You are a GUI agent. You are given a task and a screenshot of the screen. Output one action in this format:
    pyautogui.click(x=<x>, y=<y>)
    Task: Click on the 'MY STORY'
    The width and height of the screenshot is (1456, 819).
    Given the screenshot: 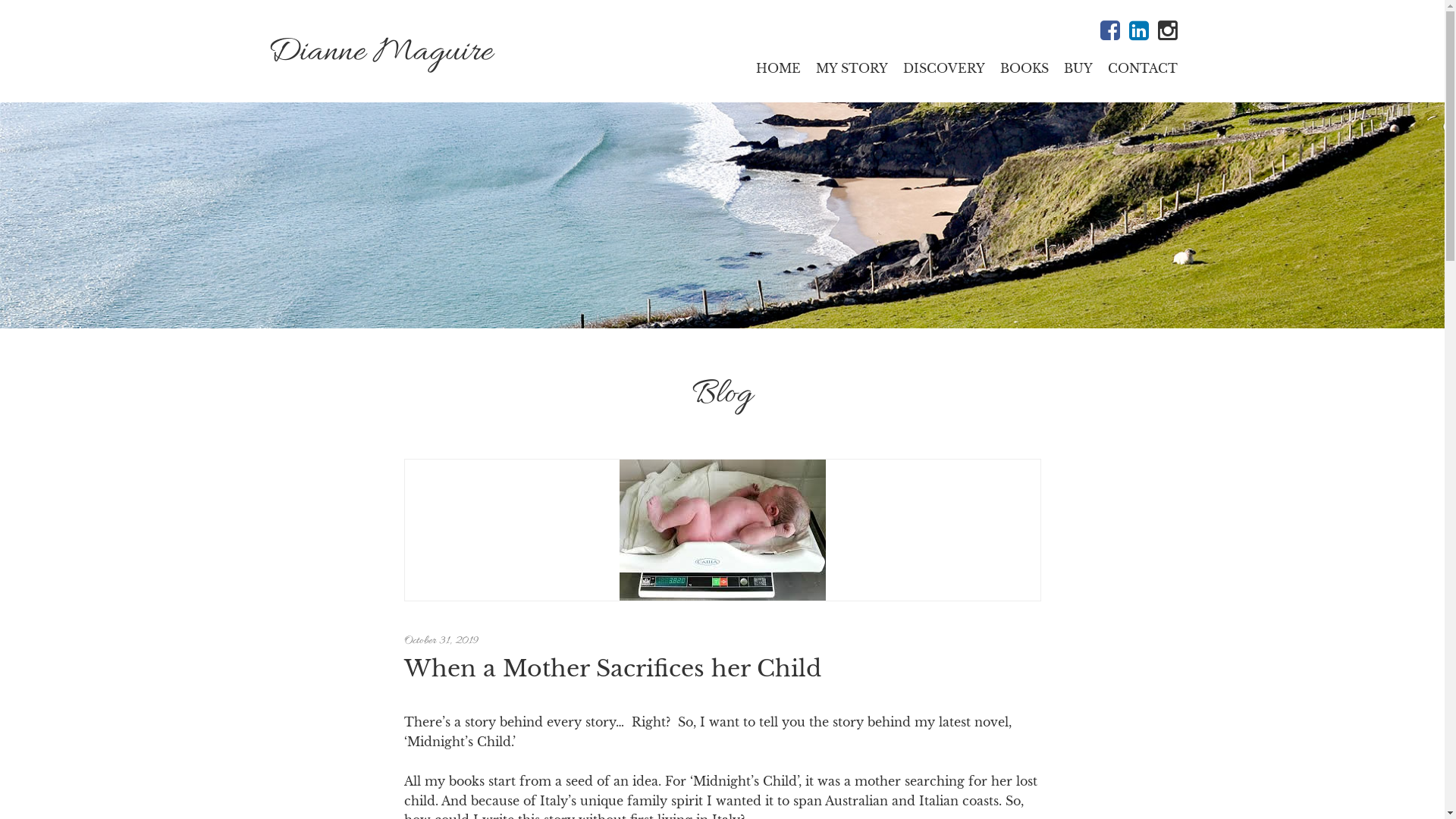 What is the action you would take?
    pyautogui.click(x=852, y=68)
    